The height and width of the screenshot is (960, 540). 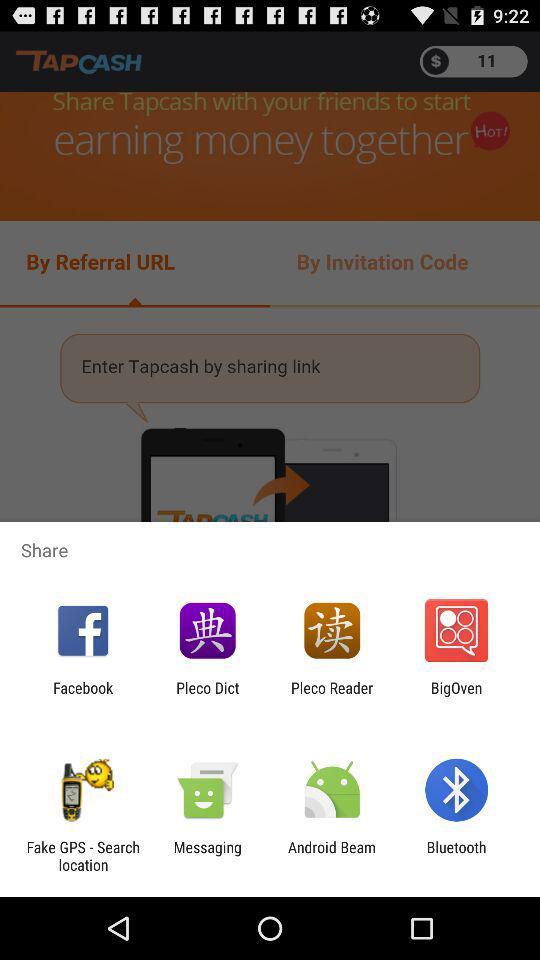 I want to click on the pleco dict app, so click(x=206, y=696).